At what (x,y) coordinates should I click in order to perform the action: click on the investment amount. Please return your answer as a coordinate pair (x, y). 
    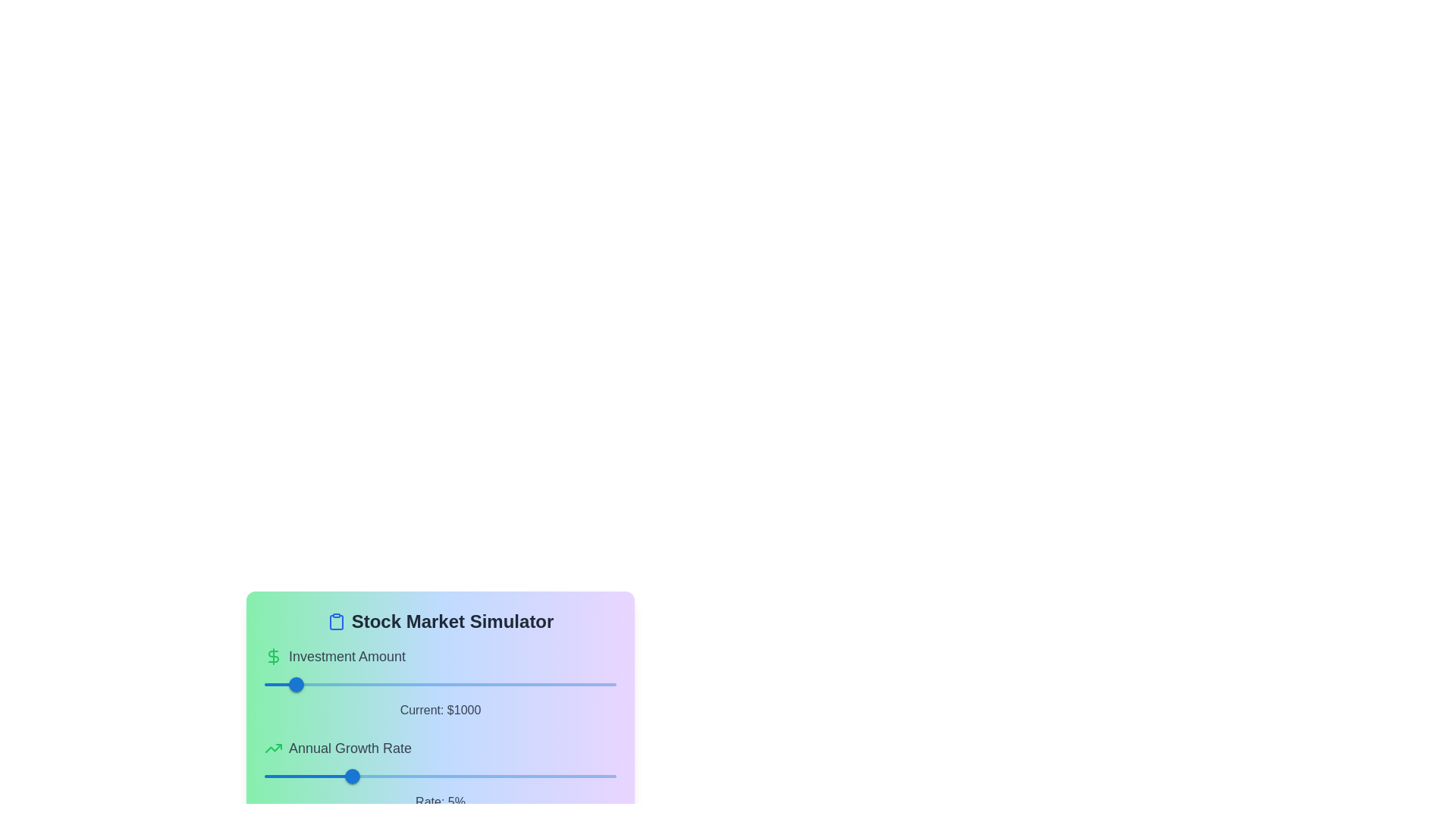
    Looking at the image, I should click on (372, 684).